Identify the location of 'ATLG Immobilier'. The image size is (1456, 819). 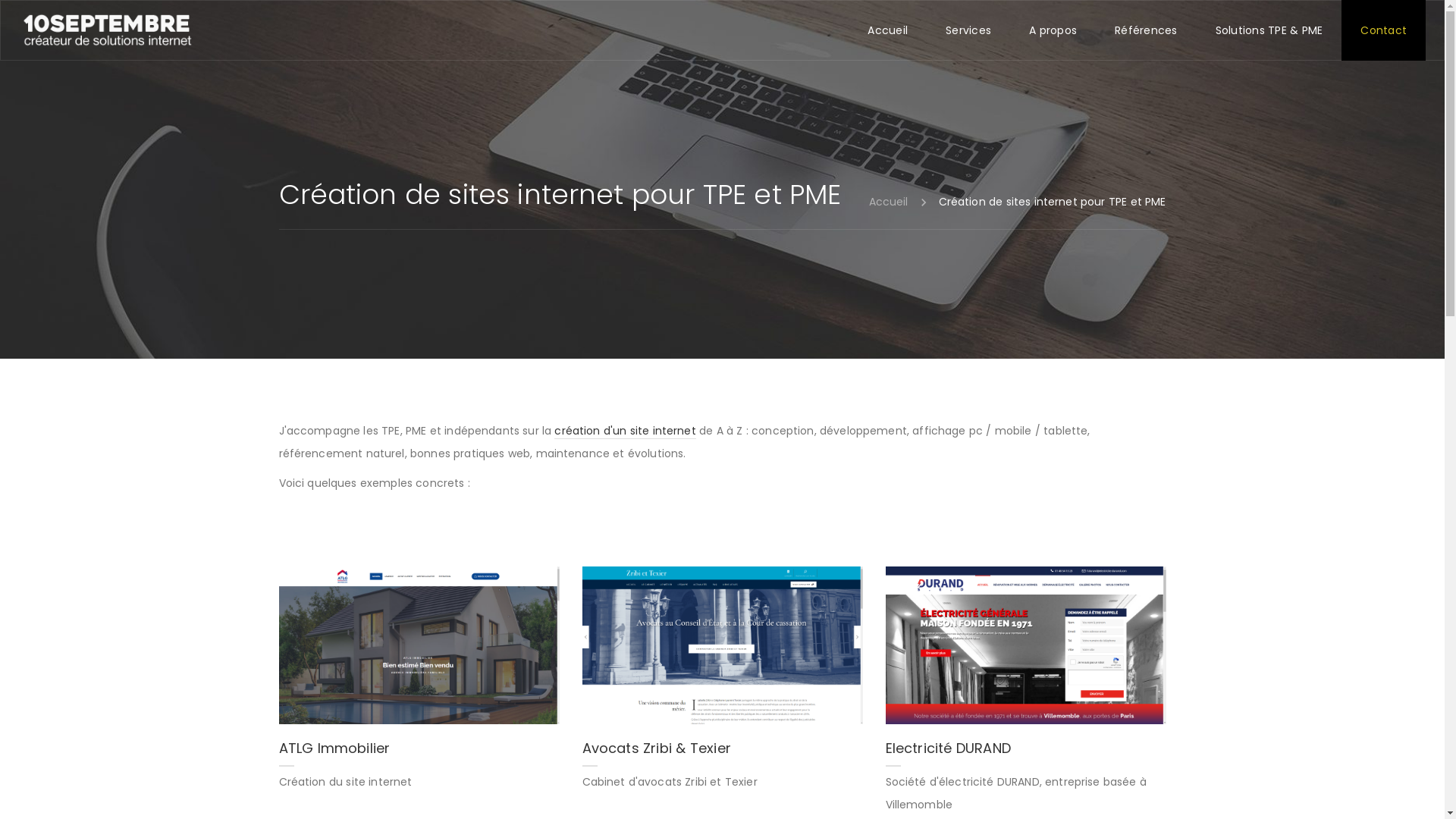
(419, 644).